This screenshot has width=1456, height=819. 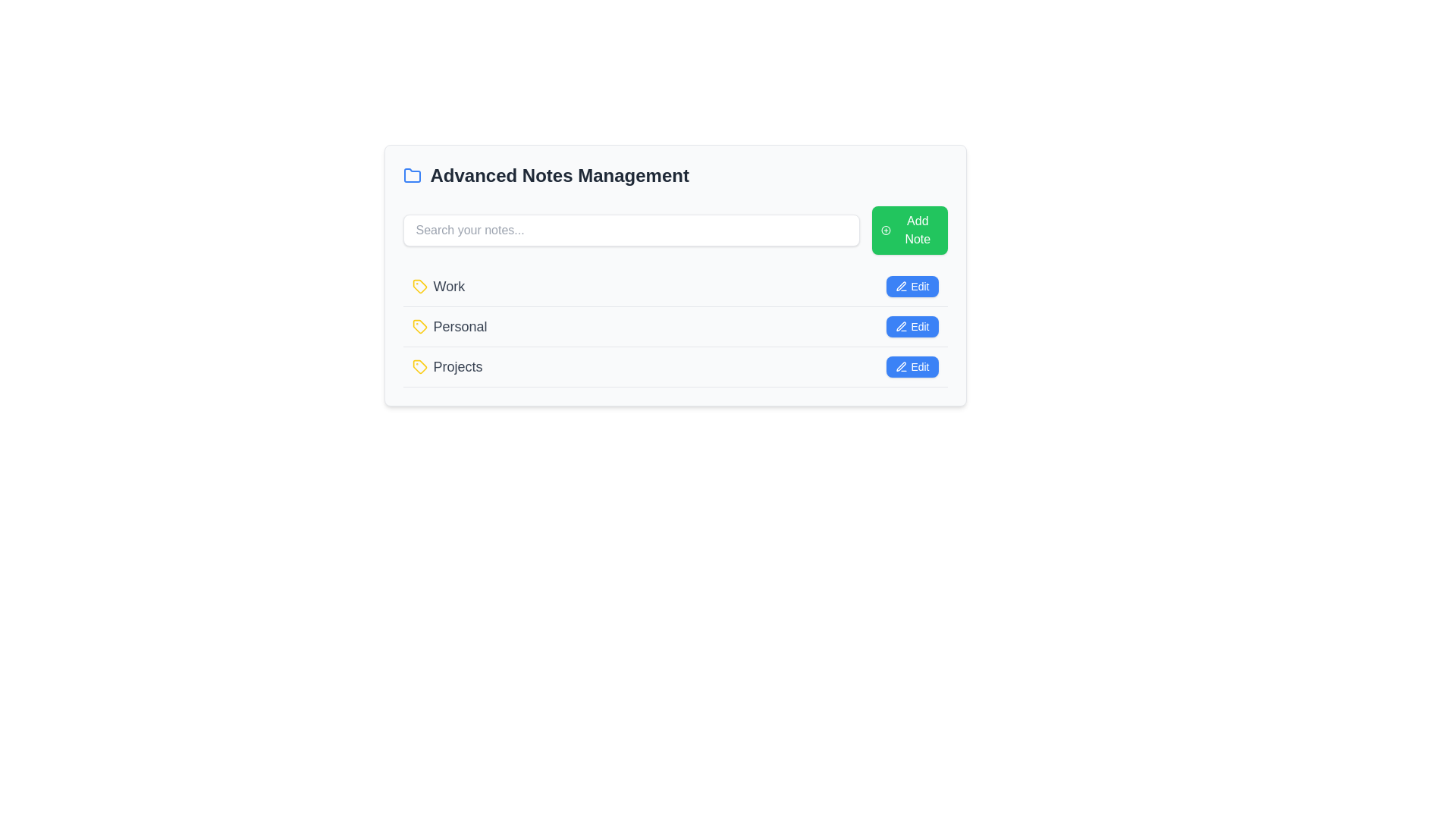 What do you see at coordinates (912, 366) in the screenshot?
I see `the blue 'Edit' button with a pen icon located at the top right of the 'Projects' row` at bounding box center [912, 366].